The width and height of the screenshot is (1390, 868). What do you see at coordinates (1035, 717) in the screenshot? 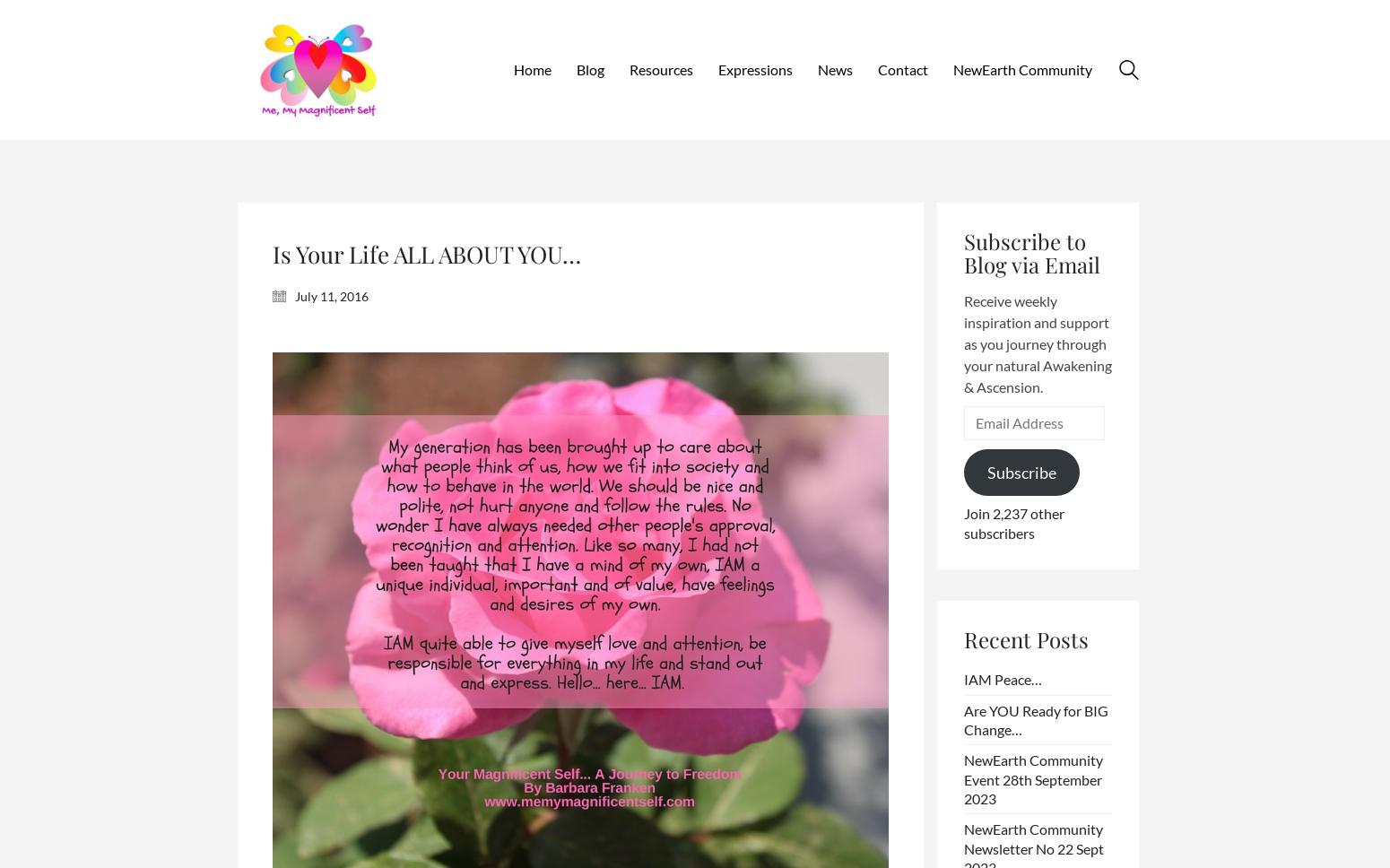
I see `'Are YOU Ready for BIG Change…'` at bounding box center [1035, 717].